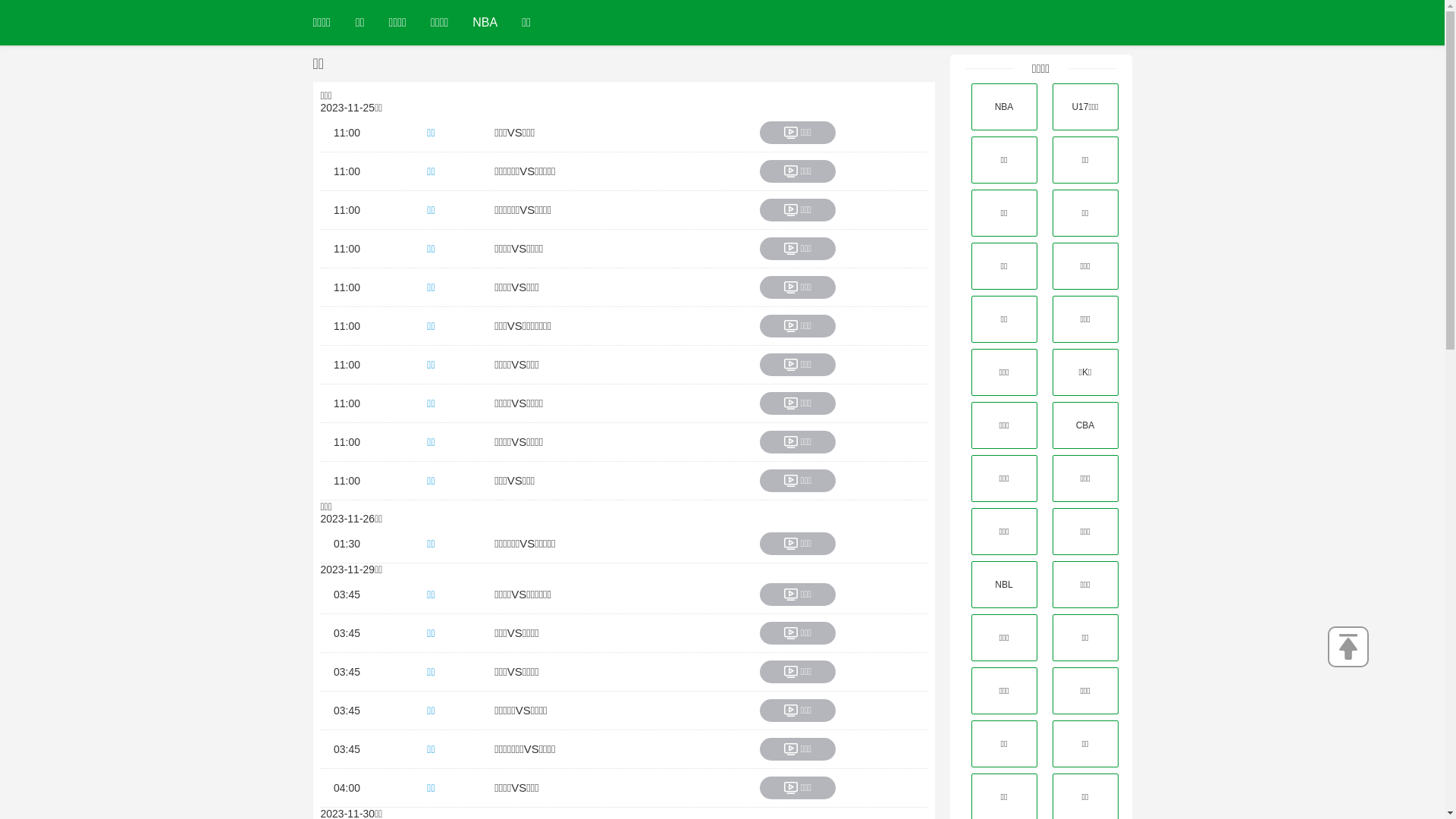  Describe the element at coordinates (346, 171) in the screenshot. I see `'11:00'` at that location.